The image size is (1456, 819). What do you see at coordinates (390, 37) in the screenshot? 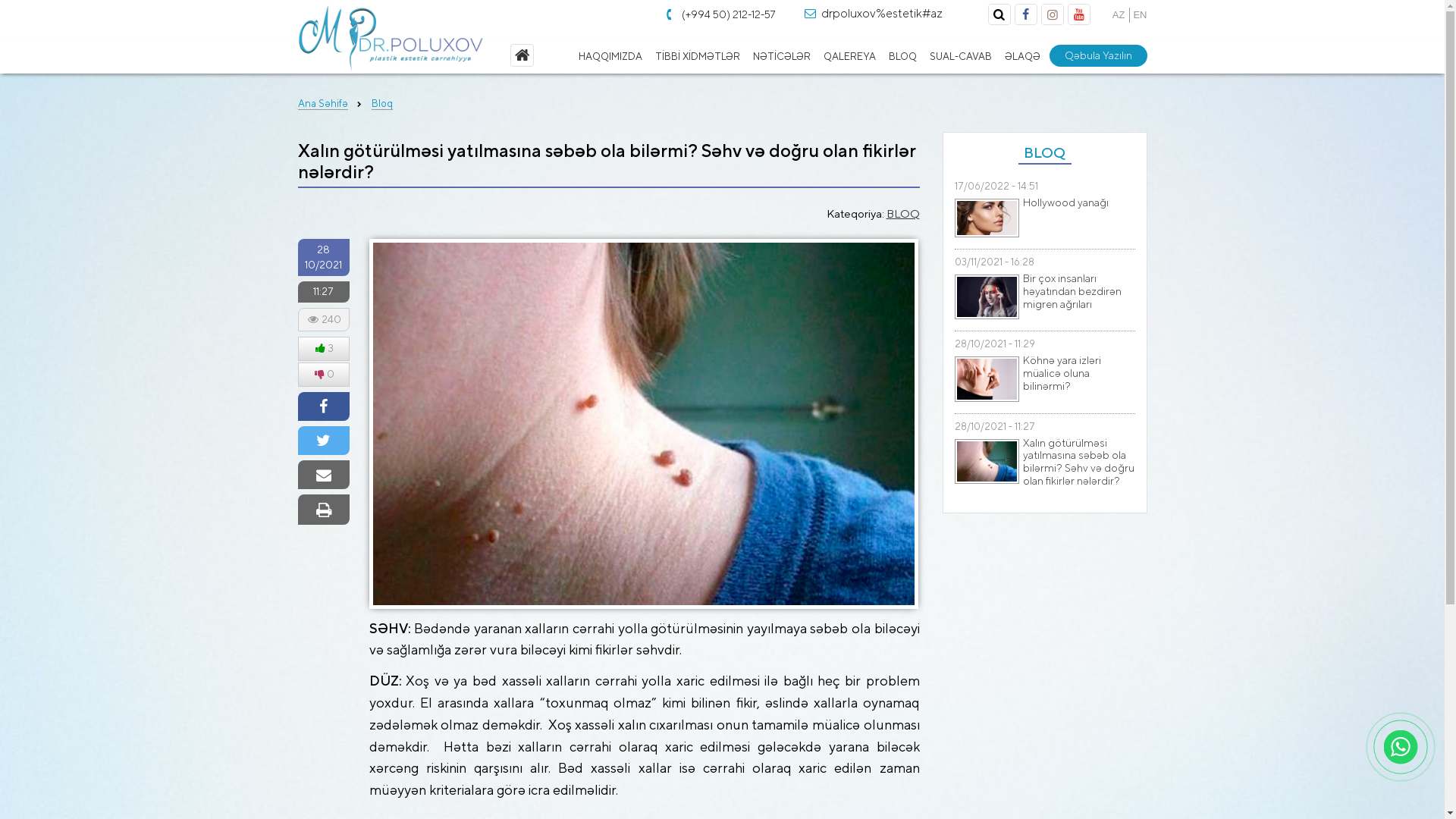
I see `'Dr.Poluxov'` at bounding box center [390, 37].